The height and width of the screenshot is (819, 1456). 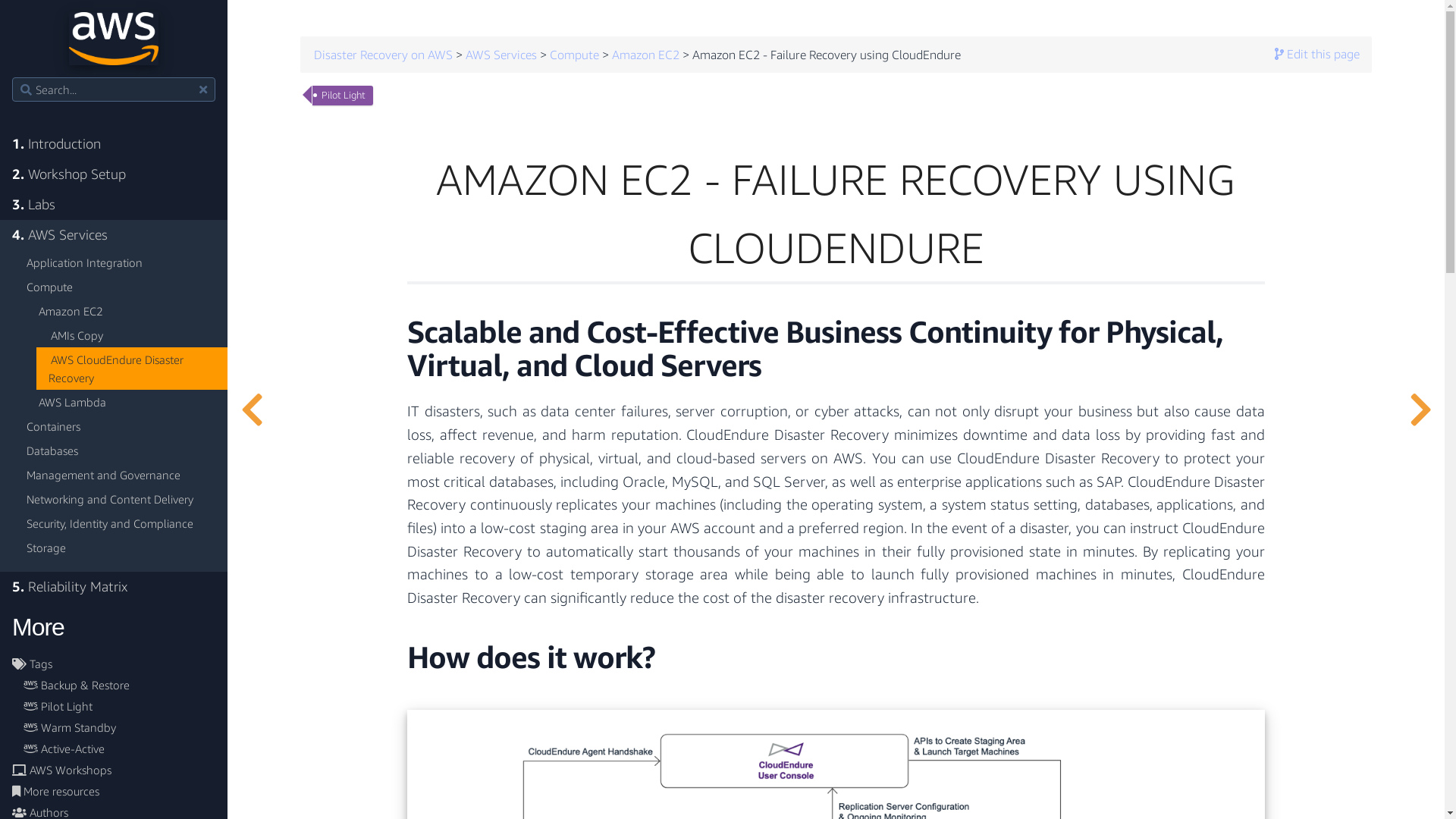 I want to click on 'AWS Workshops', so click(x=112, y=769).